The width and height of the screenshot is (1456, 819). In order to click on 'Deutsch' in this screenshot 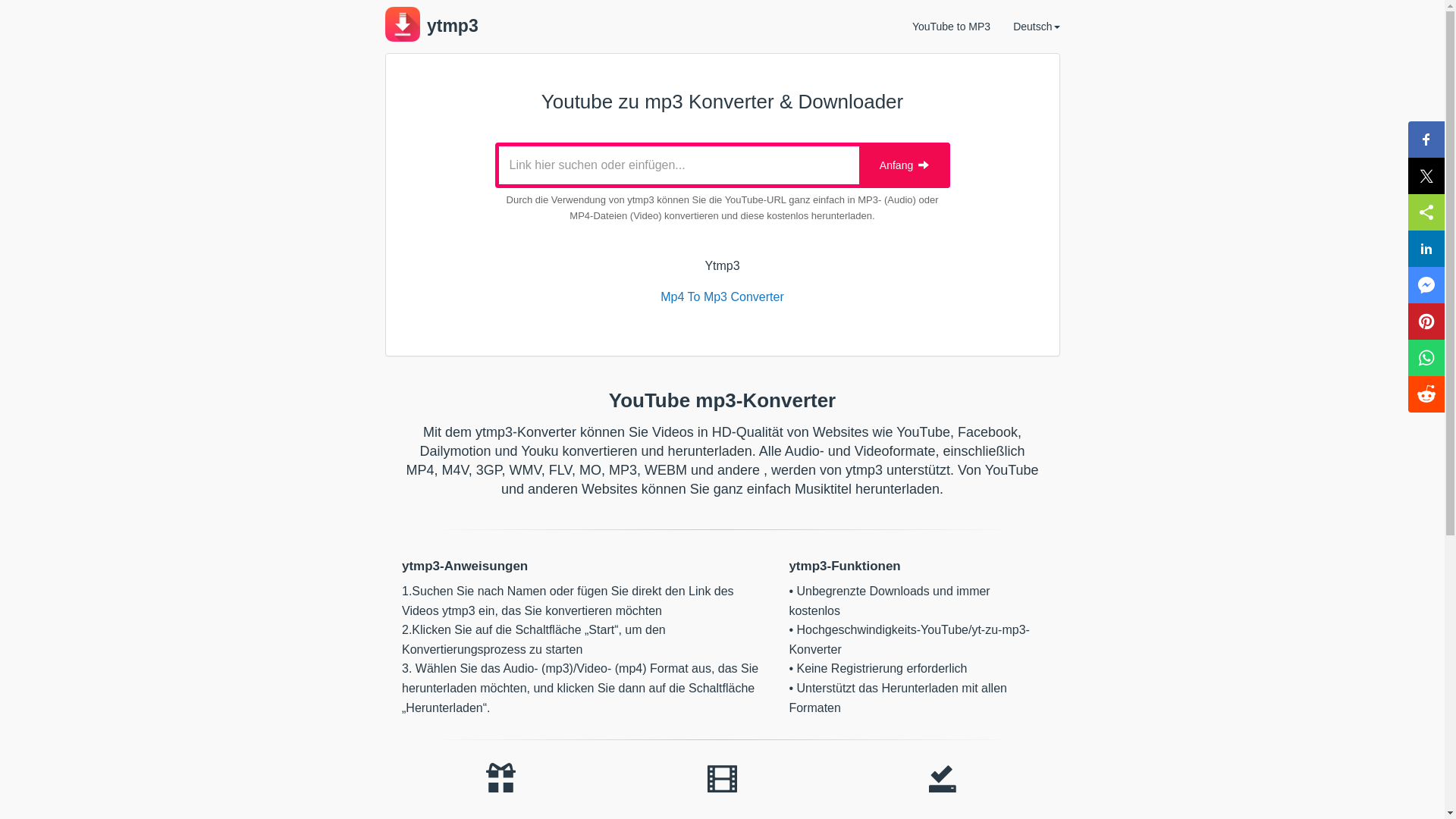, I will do `click(1035, 26)`.